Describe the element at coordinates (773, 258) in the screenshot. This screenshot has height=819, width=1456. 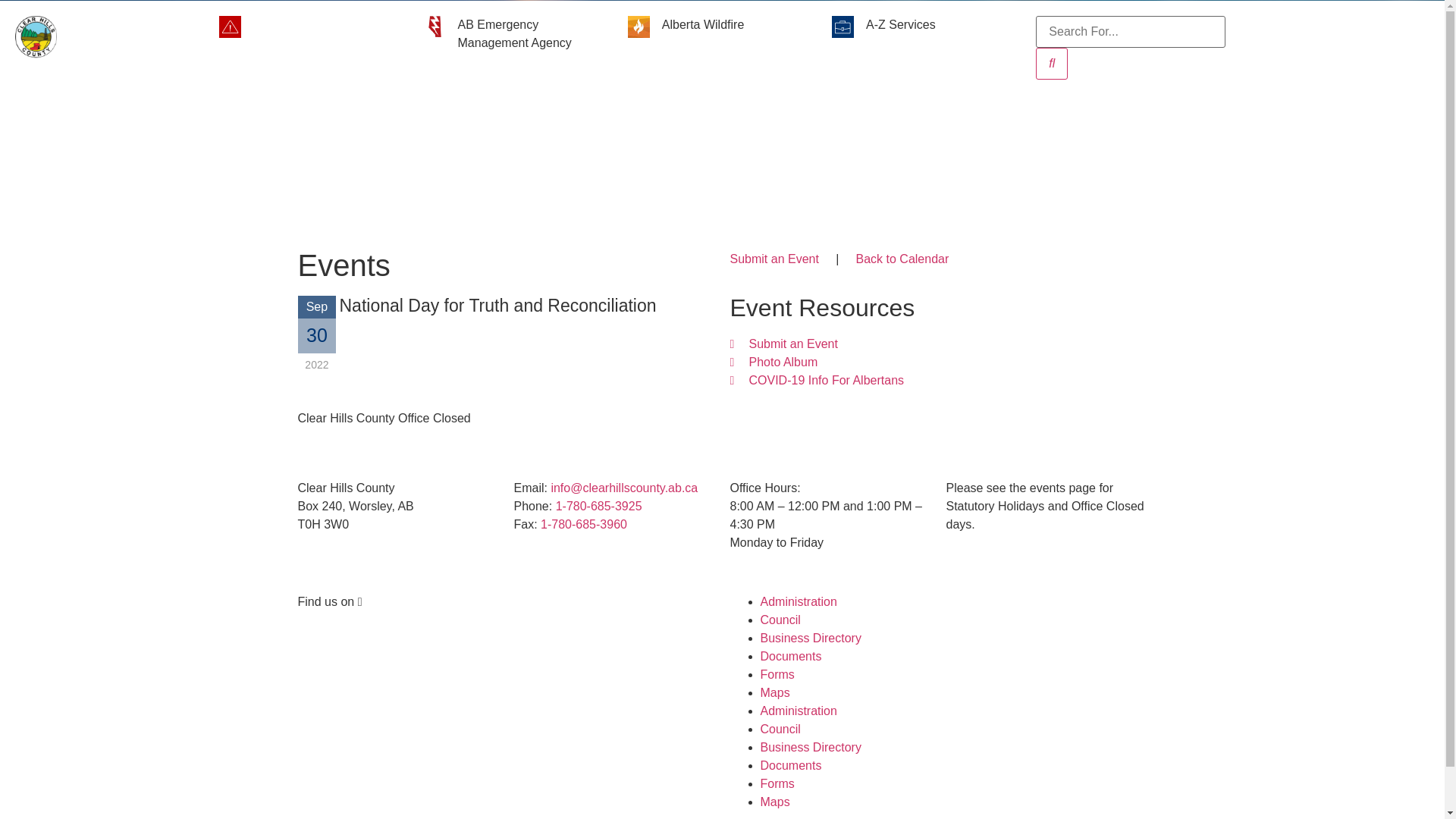
I see `'Submit an Event'` at that location.